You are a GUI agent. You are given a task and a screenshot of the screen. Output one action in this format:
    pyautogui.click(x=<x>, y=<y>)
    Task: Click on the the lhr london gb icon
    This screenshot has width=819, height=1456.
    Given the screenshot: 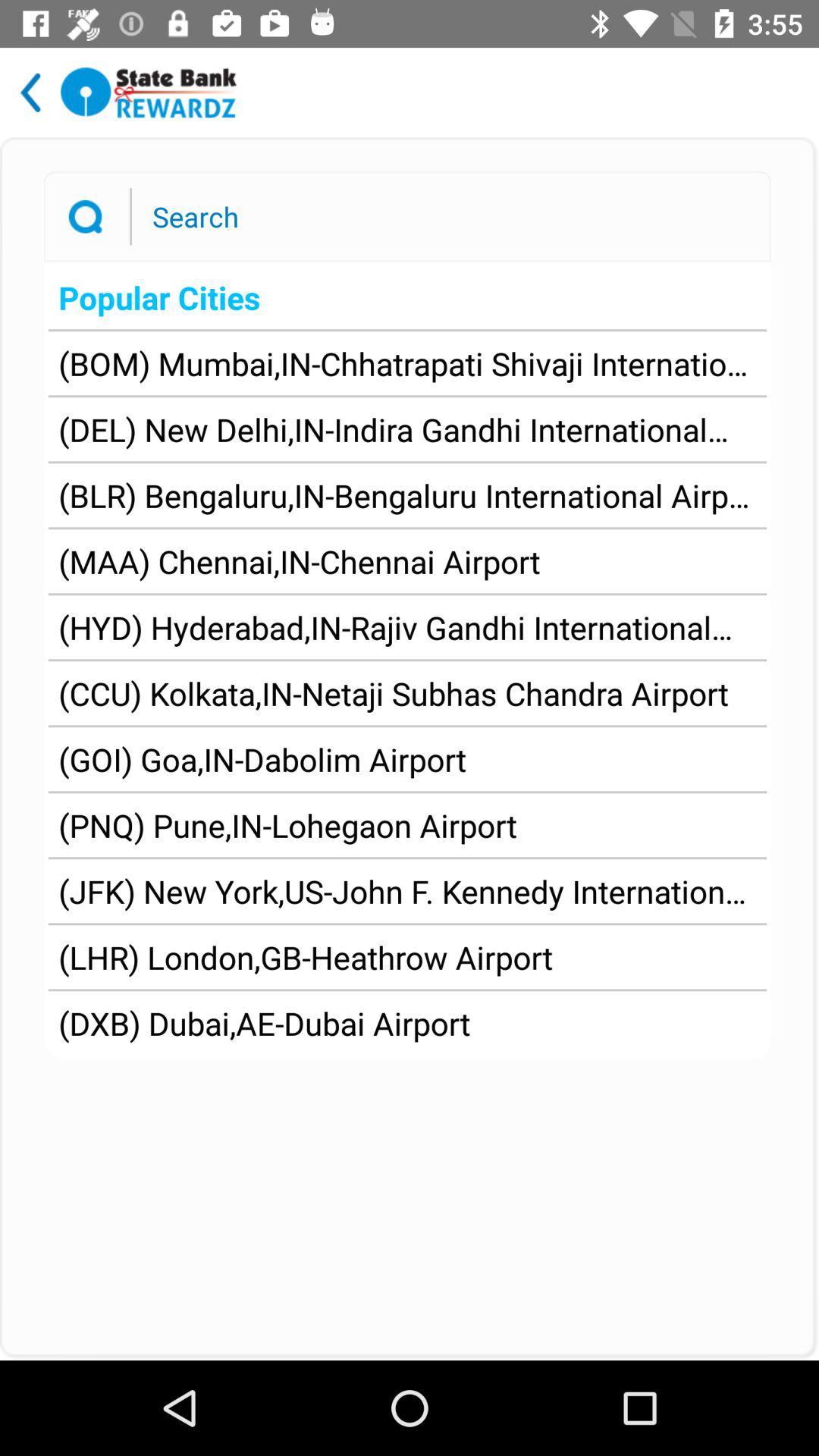 What is the action you would take?
    pyautogui.click(x=306, y=956)
    